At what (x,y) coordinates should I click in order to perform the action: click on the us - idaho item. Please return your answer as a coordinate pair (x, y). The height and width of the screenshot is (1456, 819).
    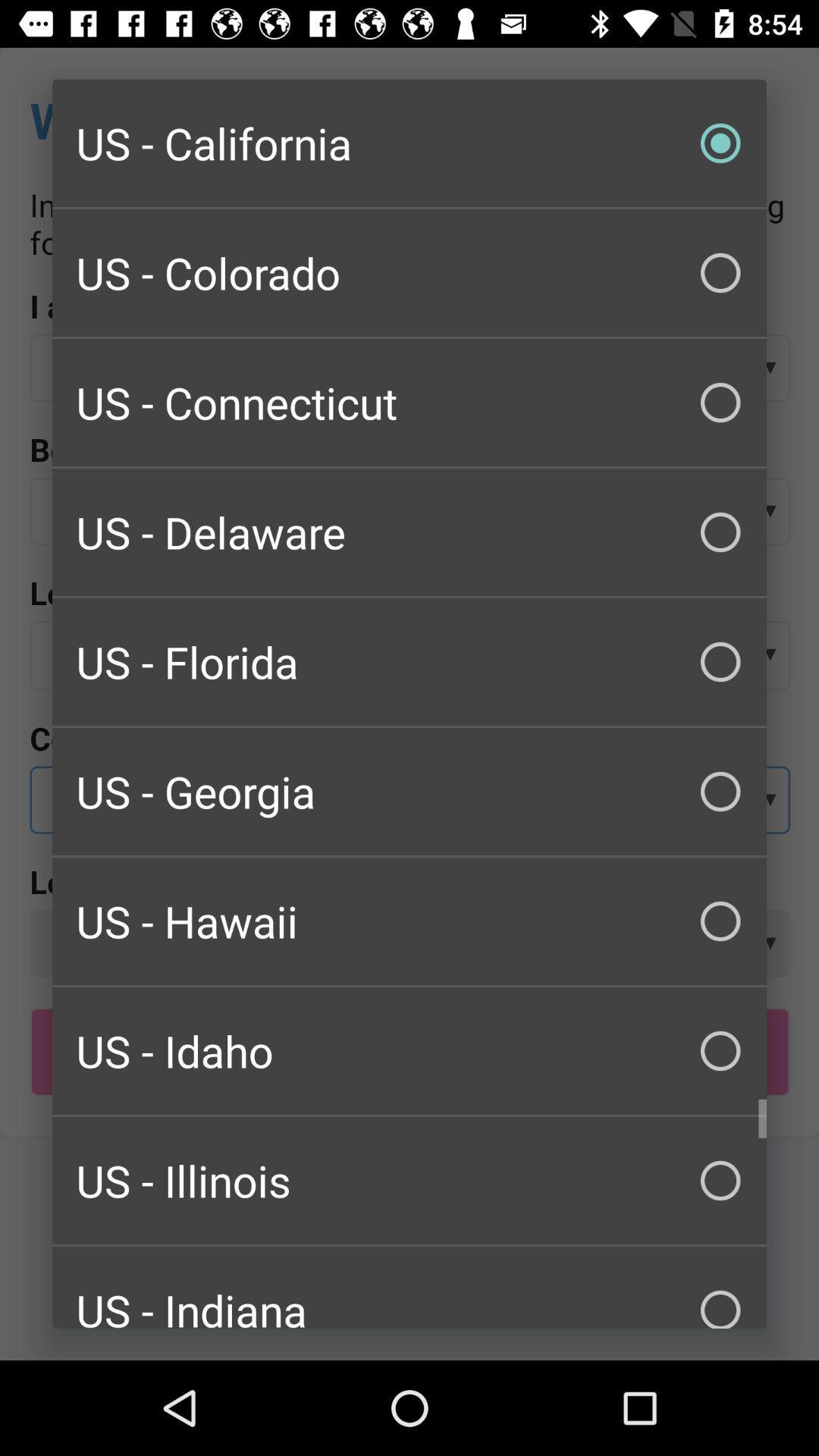
    Looking at the image, I should click on (409, 1050).